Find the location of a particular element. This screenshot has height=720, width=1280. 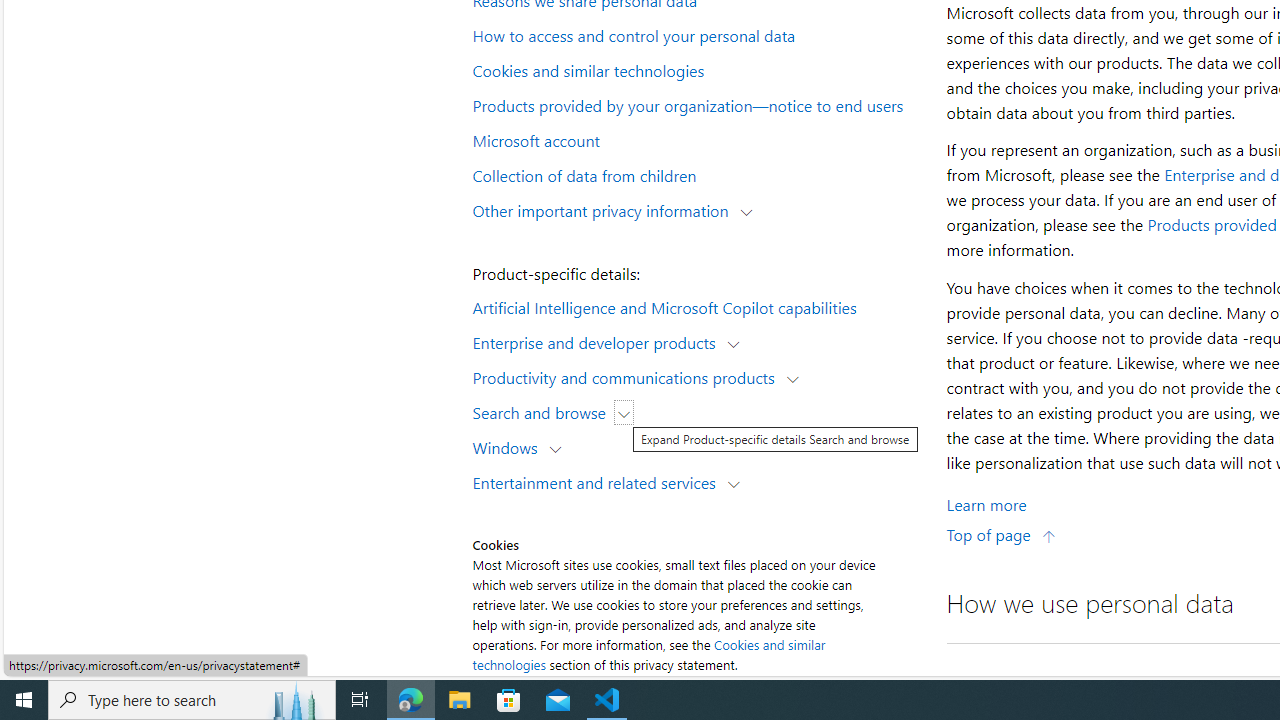

'Collection of data from children' is located at coordinates (696, 173).